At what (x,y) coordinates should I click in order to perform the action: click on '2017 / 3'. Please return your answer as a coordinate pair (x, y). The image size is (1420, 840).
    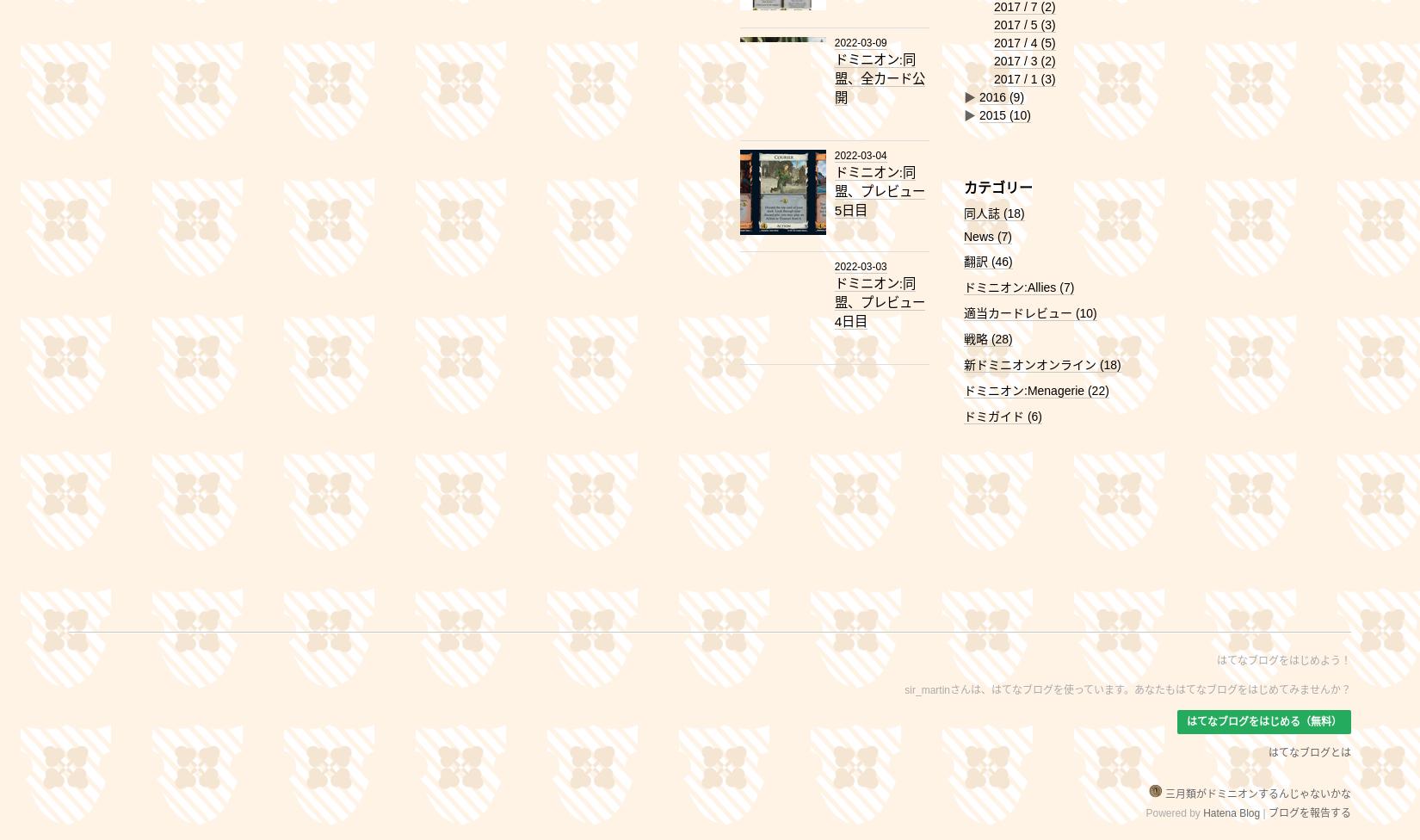
    Looking at the image, I should click on (1017, 60).